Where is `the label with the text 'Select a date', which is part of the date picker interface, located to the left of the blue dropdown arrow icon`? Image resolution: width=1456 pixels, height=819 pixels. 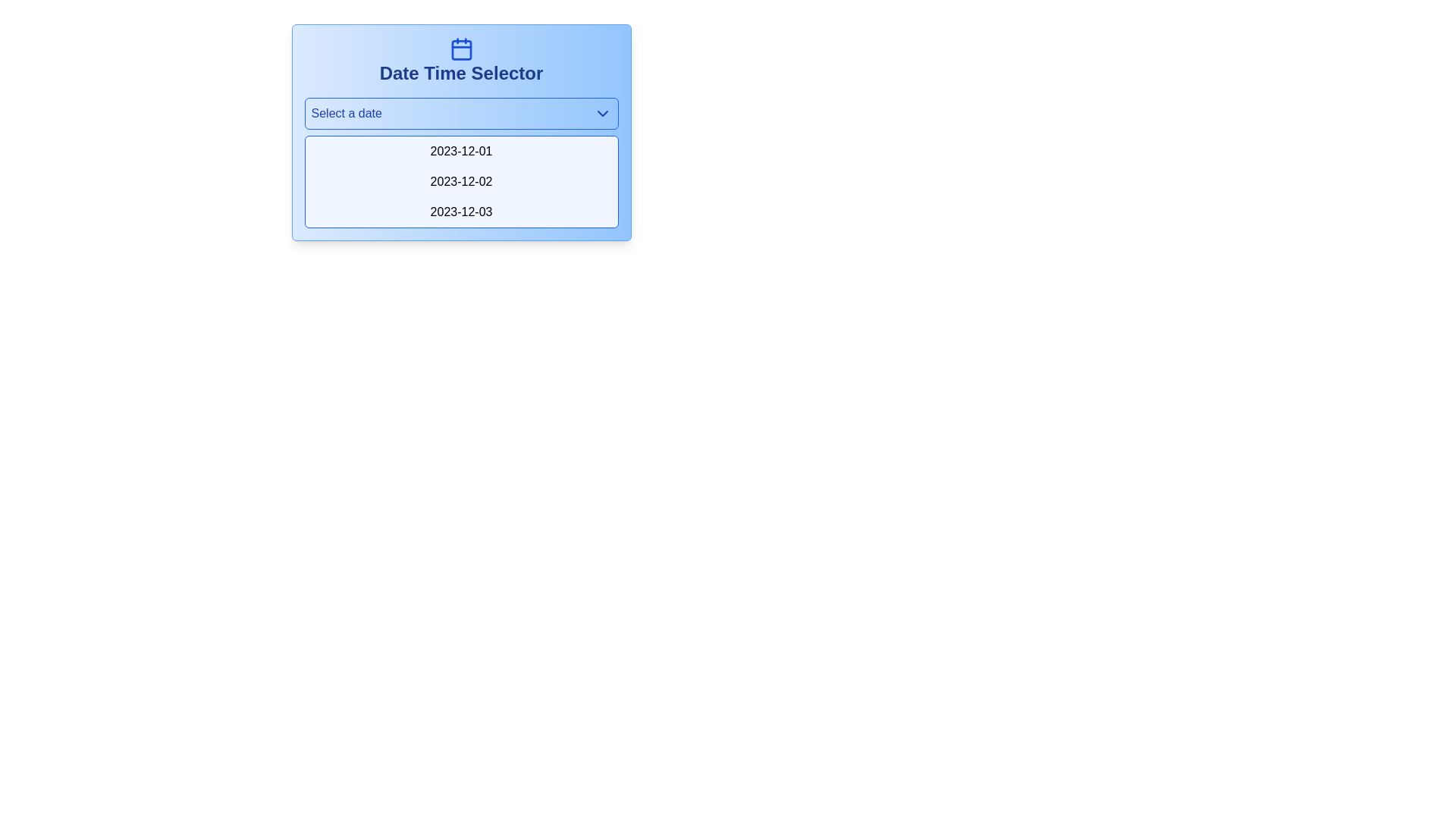
the label with the text 'Select a date', which is part of the date picker interface, located to the left of the blue dropdown arrow icon is located at coordinates (346, 113).